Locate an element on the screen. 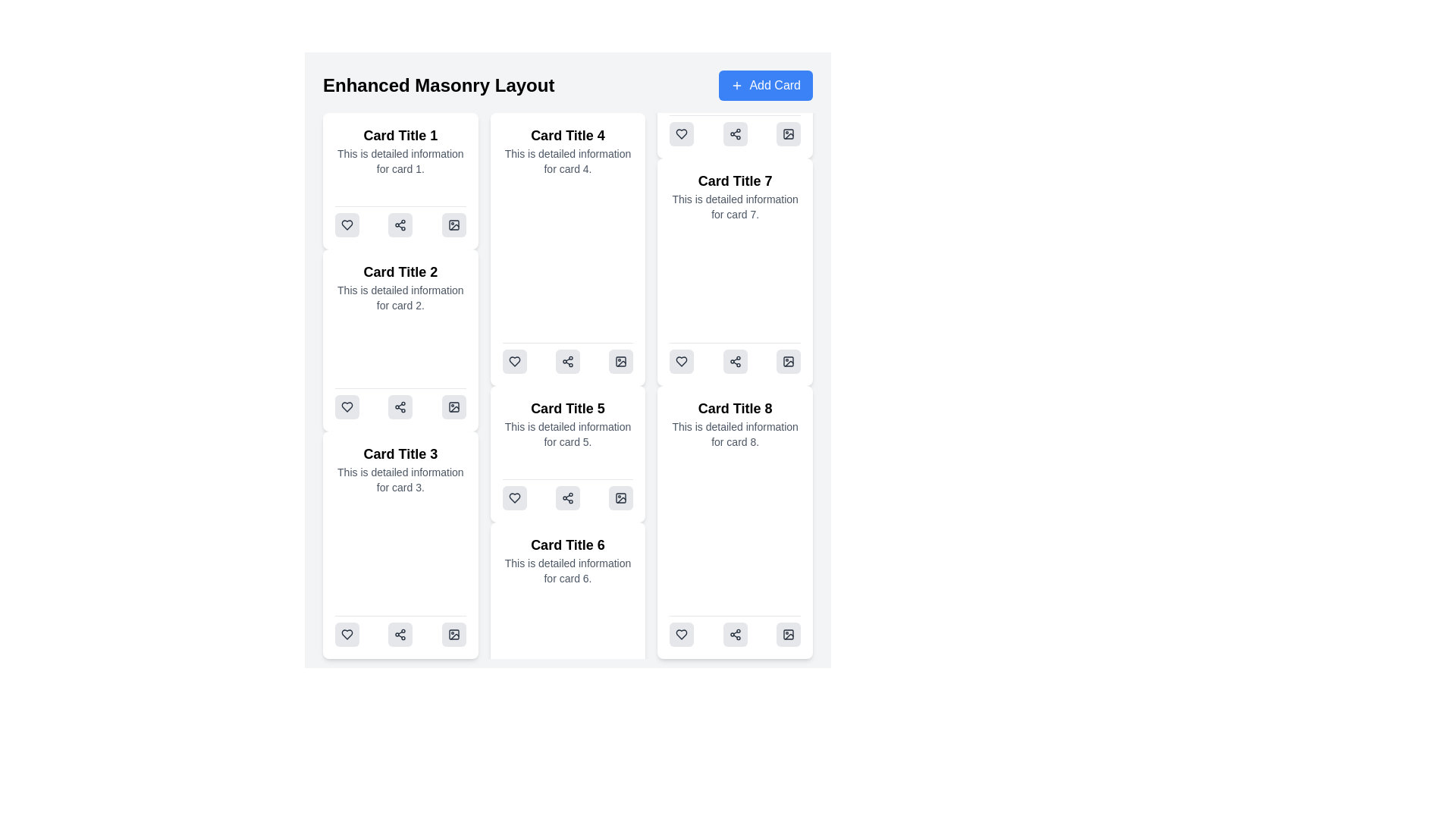 The image size is (1456, 819). the text block displaying 'This is detailed information for card 3.', which is located below 'Card Title 3' in the third card of the leftmost section is located at coordinates (400, 479).